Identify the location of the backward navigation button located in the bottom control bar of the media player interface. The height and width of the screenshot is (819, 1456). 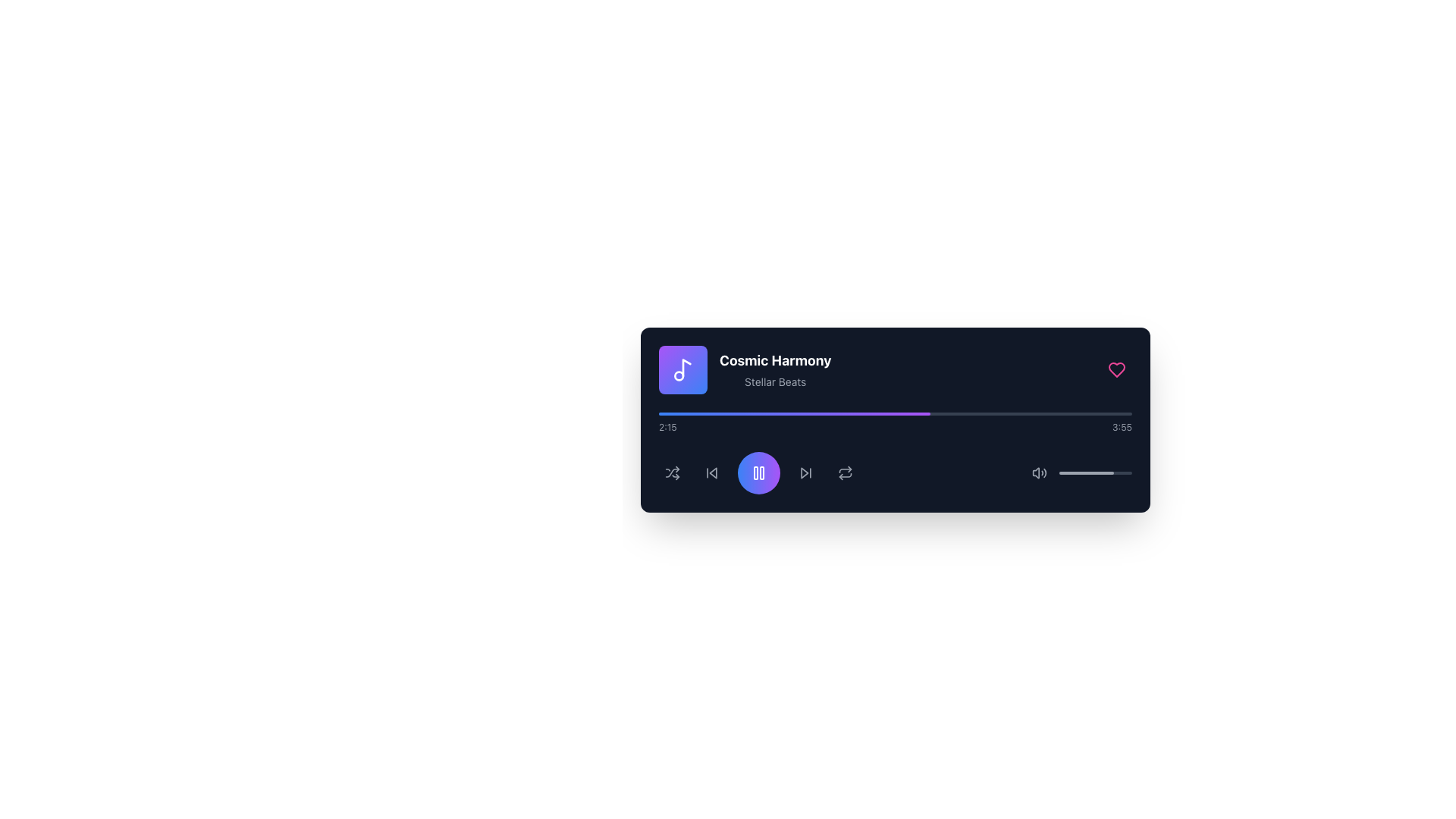
(711, 472).